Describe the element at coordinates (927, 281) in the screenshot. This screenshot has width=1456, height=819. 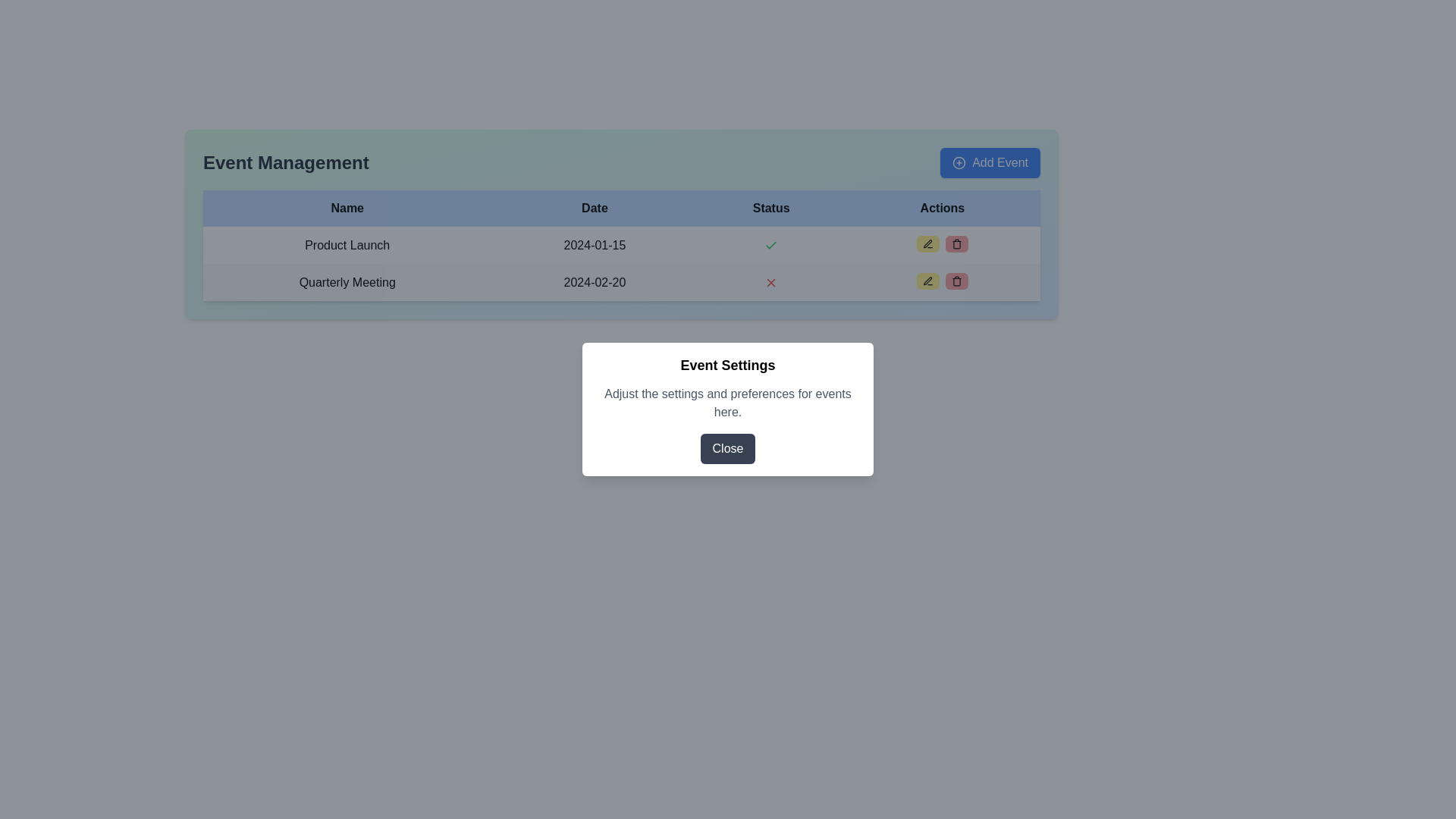
I see `the edit button located in the 'Actions' column of the second row in the table to initiate an edit action` at that location.